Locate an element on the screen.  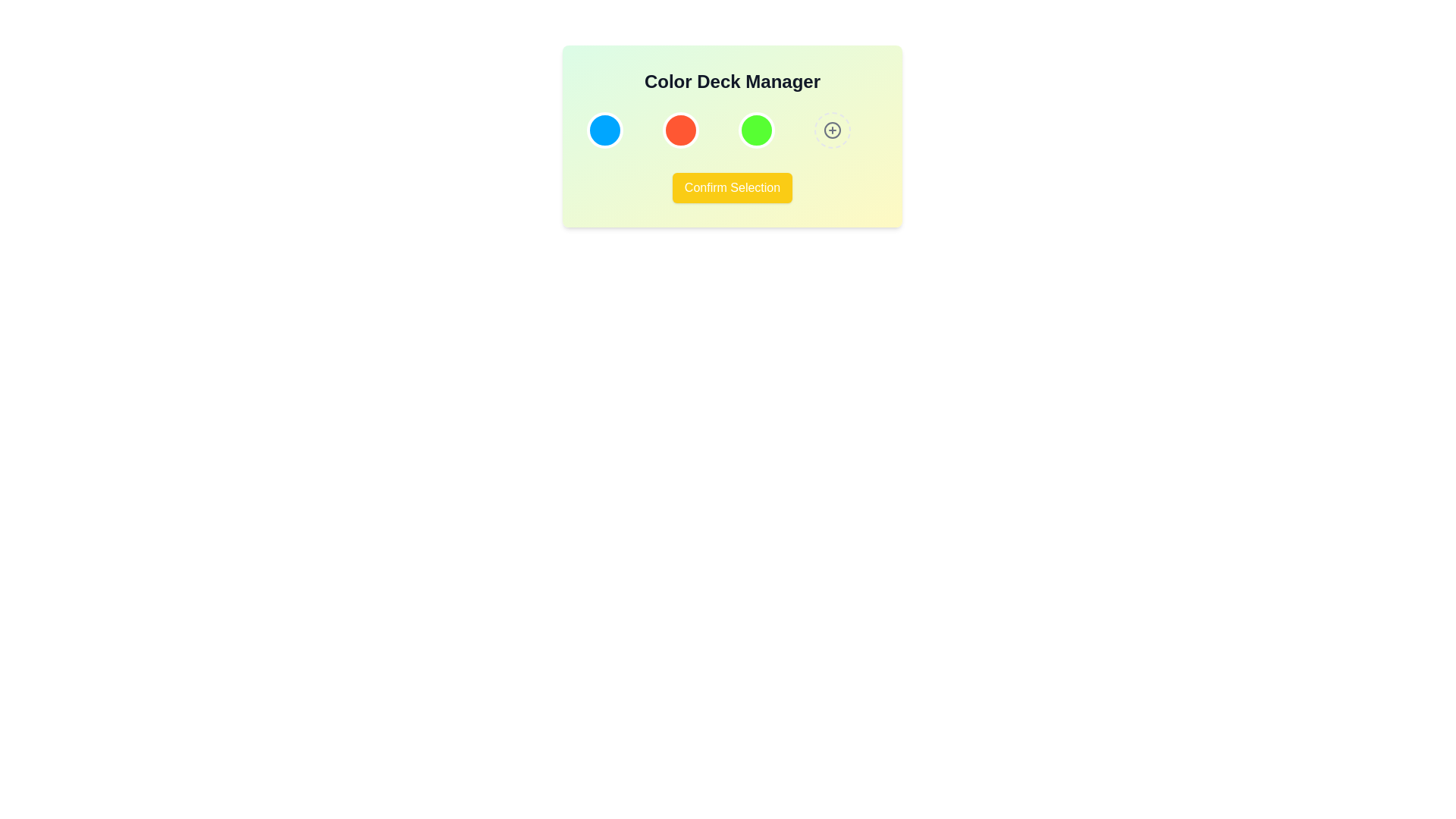
the circular button with a dashed border and a gray plus sign icon located at the far right of the horizontal grid layout is located at coordinates (832, 130).